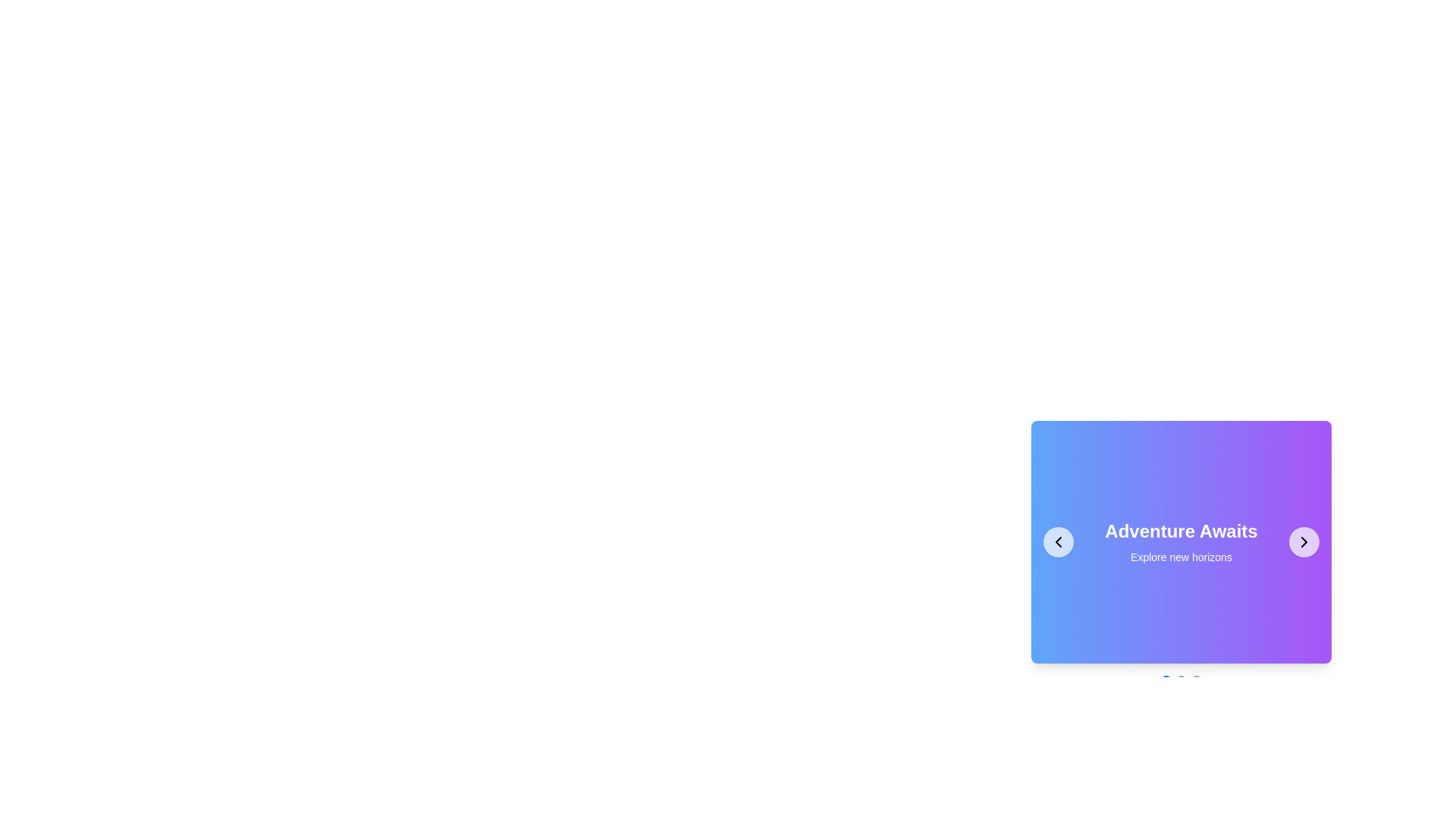 The image size is (1456, 819). Describe the element at coordinates (1181, 531) in the screenshot. I see `the Text Label that serves as a title or headline, positioned near the center of the interface's right section, directly above the smaller text 'Explore new horizons'` at that location.